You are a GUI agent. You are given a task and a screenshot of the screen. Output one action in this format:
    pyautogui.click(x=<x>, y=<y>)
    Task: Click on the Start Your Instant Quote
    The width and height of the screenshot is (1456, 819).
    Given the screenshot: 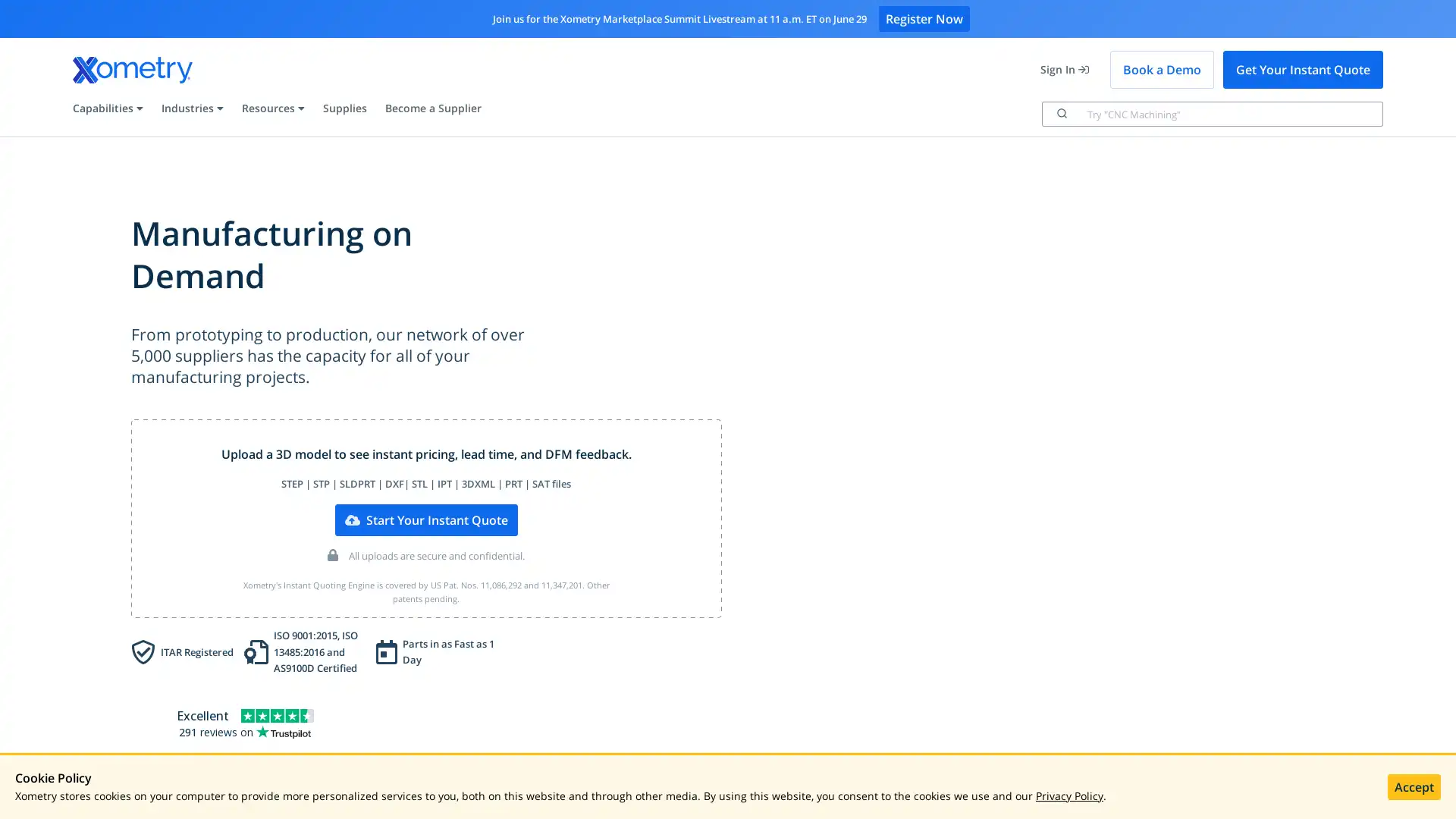 What is the action you would take?
    pyautogui.click(x=425, y=519)
    